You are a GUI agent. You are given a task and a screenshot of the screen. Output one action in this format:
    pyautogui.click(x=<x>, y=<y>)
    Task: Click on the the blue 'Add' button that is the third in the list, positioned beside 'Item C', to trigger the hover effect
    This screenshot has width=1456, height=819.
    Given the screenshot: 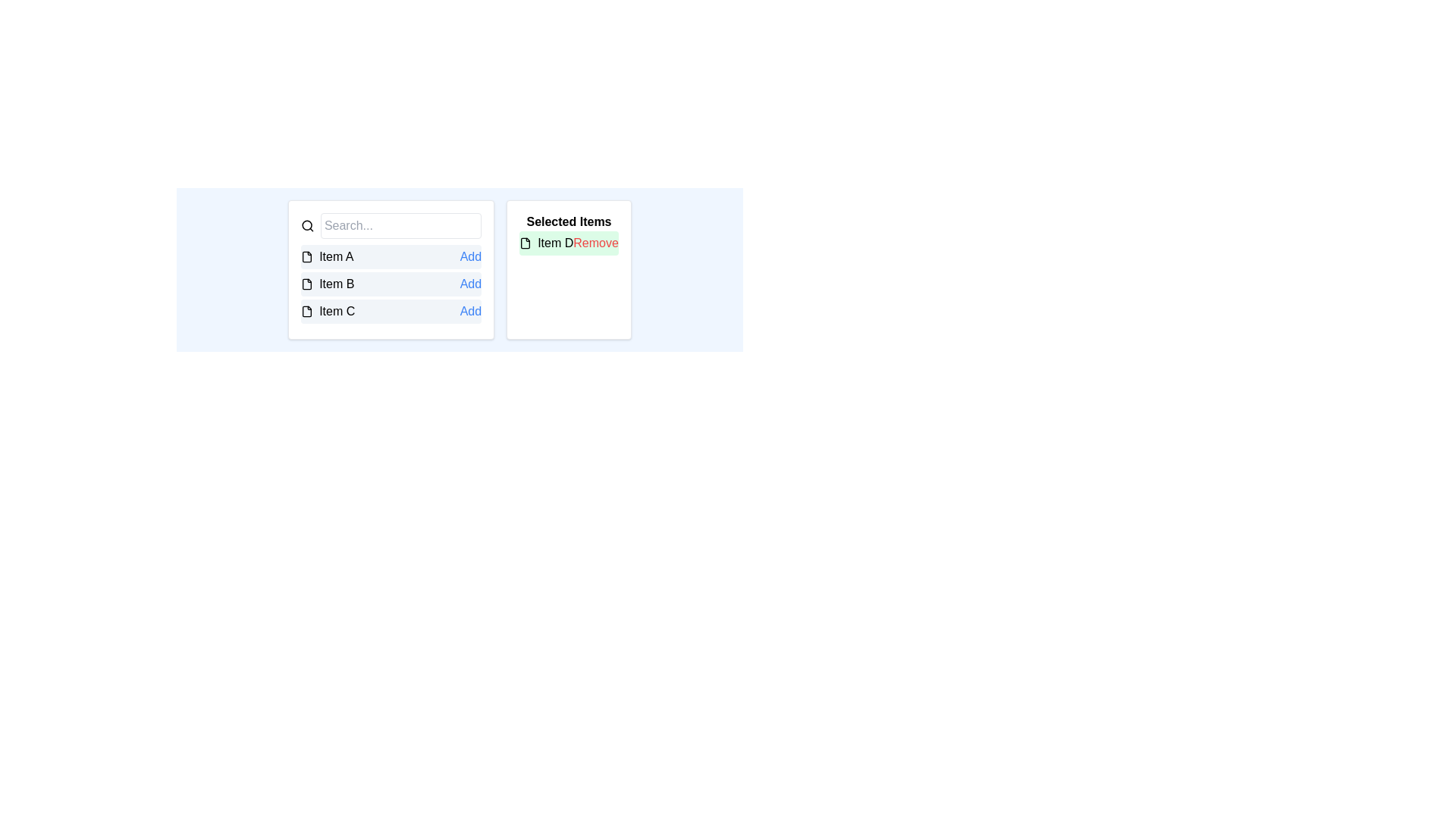 What is the action you would take?
    pyautogui.click(x=469, y=311)
    